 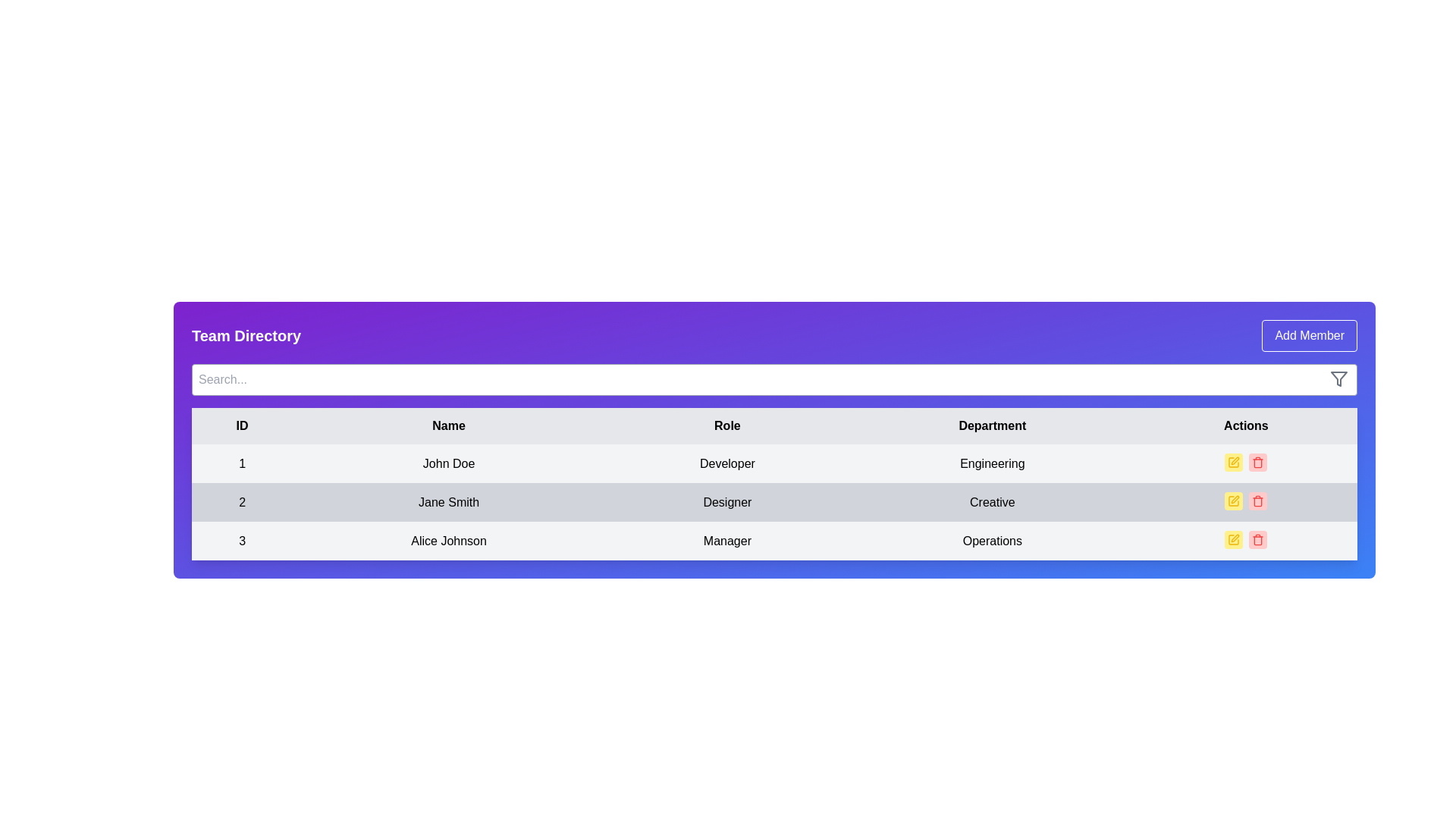 I want to click on the 'Edit' button in the 'Actions' column for the row corresponding to 'Jane Smith' in the 'Team Directory' table to initiate editing, so click(x=1234, y=500).